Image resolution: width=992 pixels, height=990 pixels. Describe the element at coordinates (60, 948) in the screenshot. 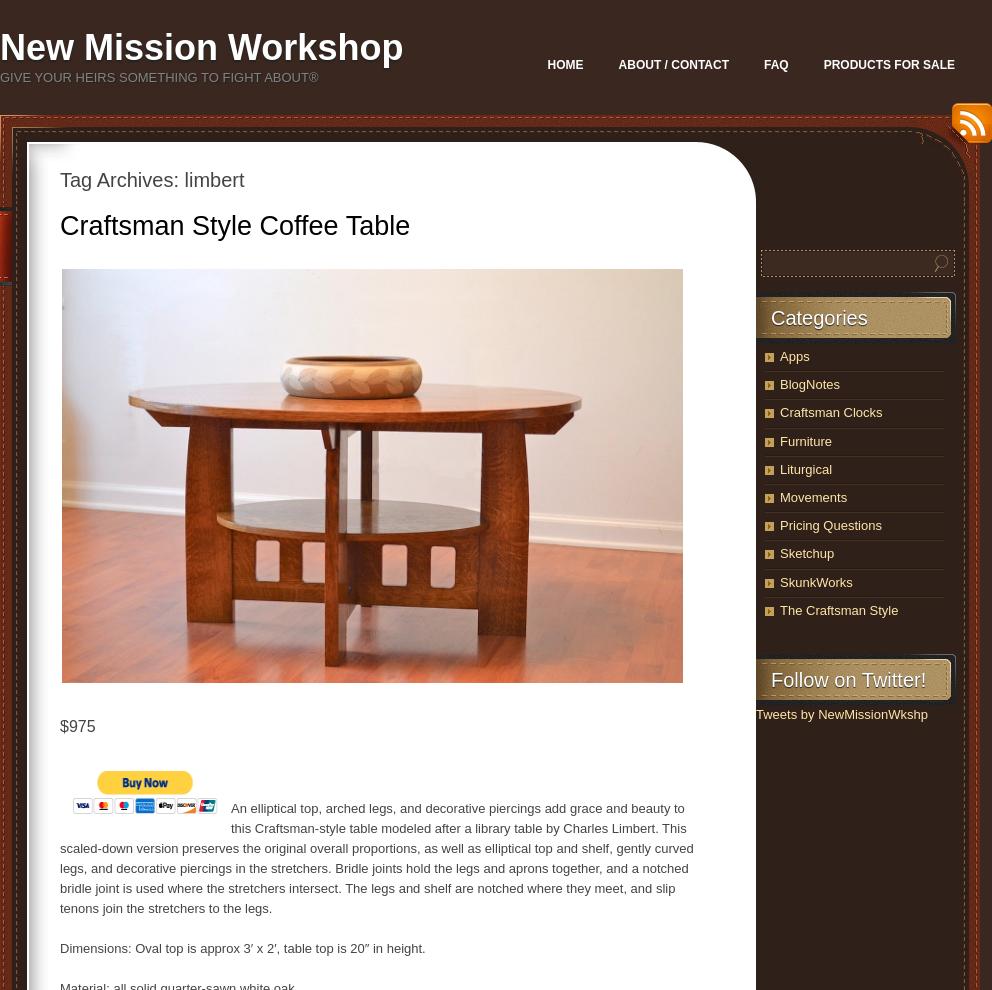

I see `'Dimensions: Oval top is approx 3′ x 2′, table top is 20″ in height.'` at that location.